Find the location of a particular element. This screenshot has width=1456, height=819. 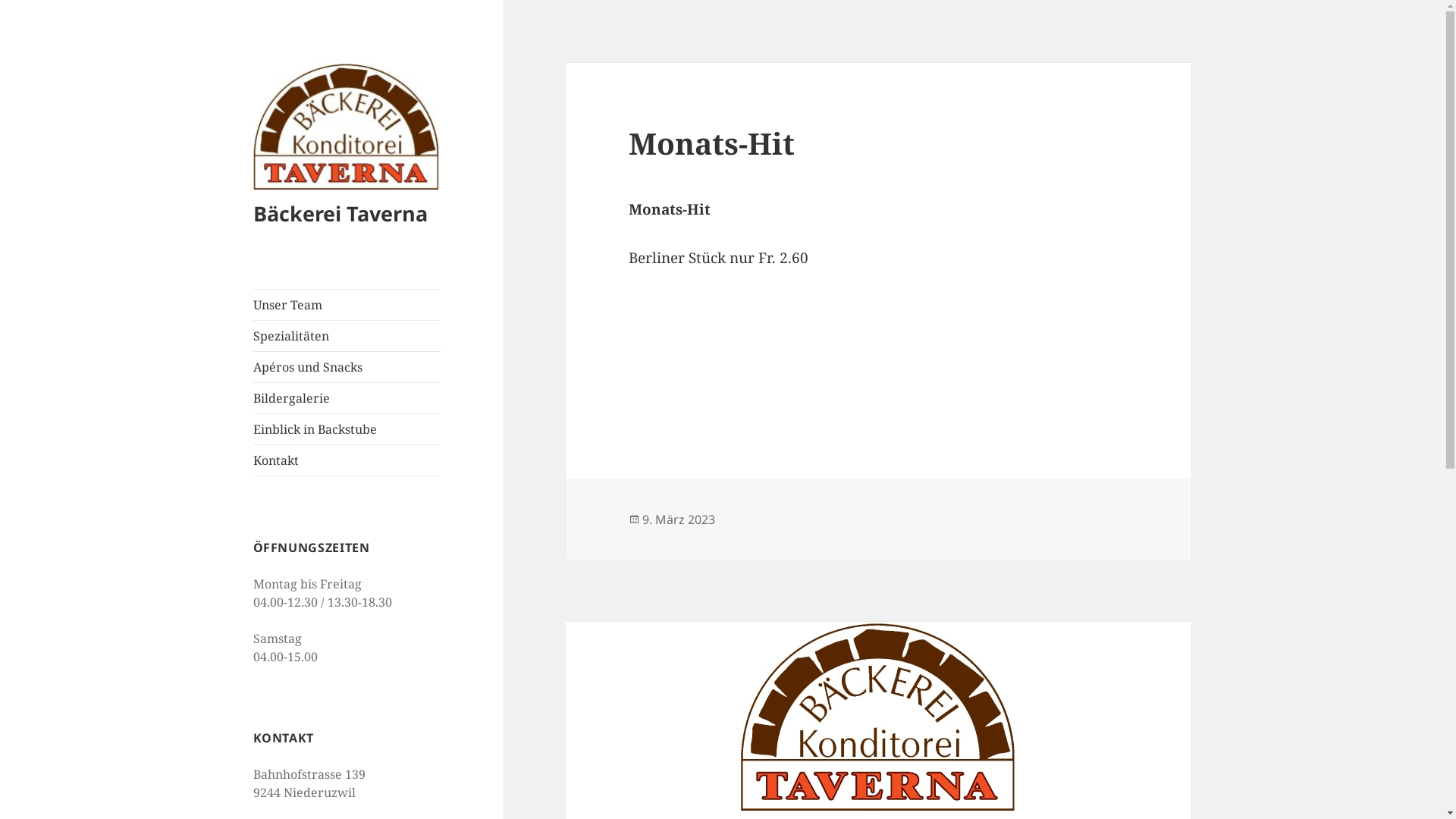

'Unser Team' is located at coordinates (253, 304).